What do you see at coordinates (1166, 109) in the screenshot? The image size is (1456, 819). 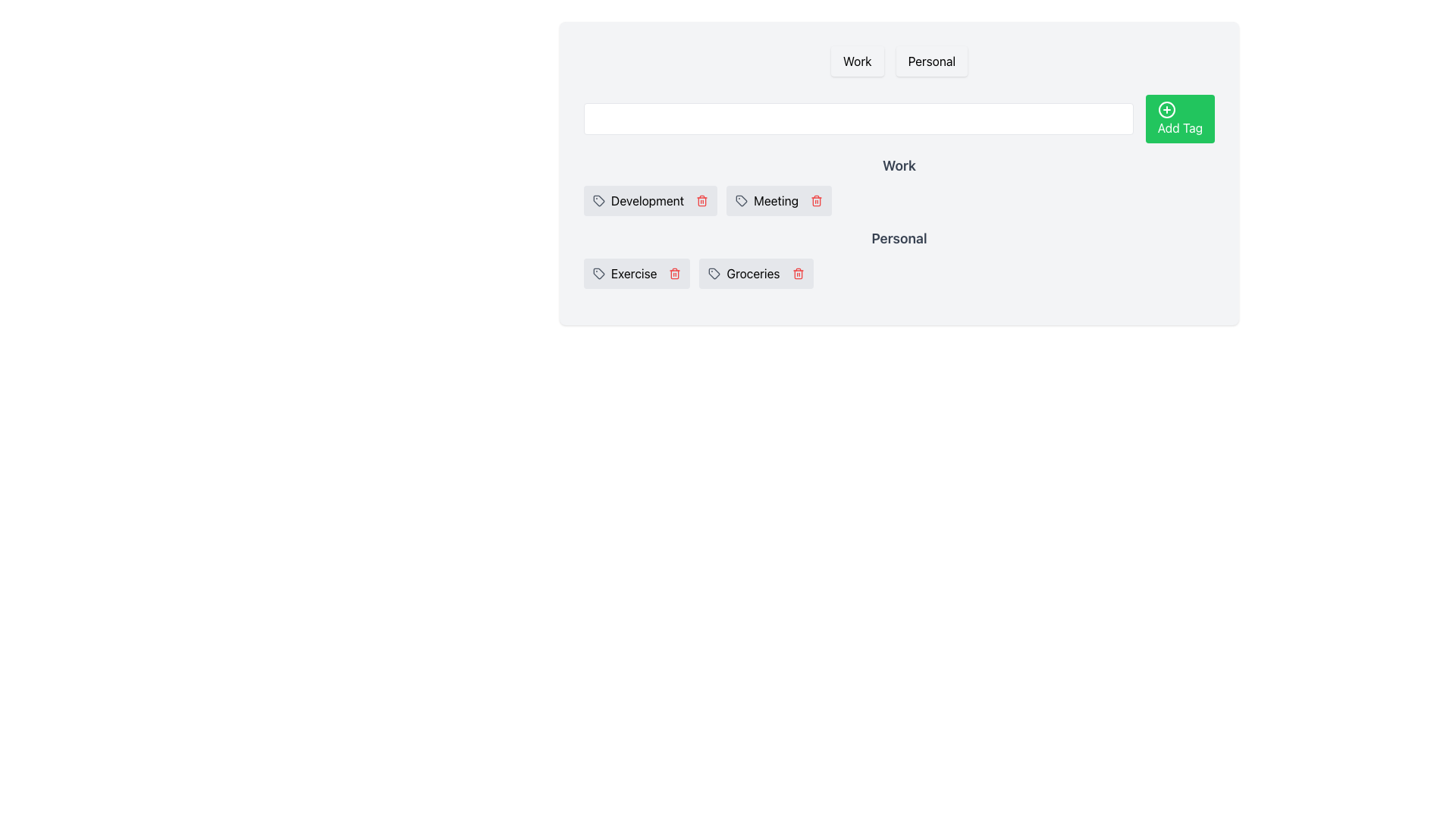 I see `the 'Add Tag' button, which is represented by a circular green icon with a white stroke at its border, located at the center of the button` at bounding box center [1166, 109].